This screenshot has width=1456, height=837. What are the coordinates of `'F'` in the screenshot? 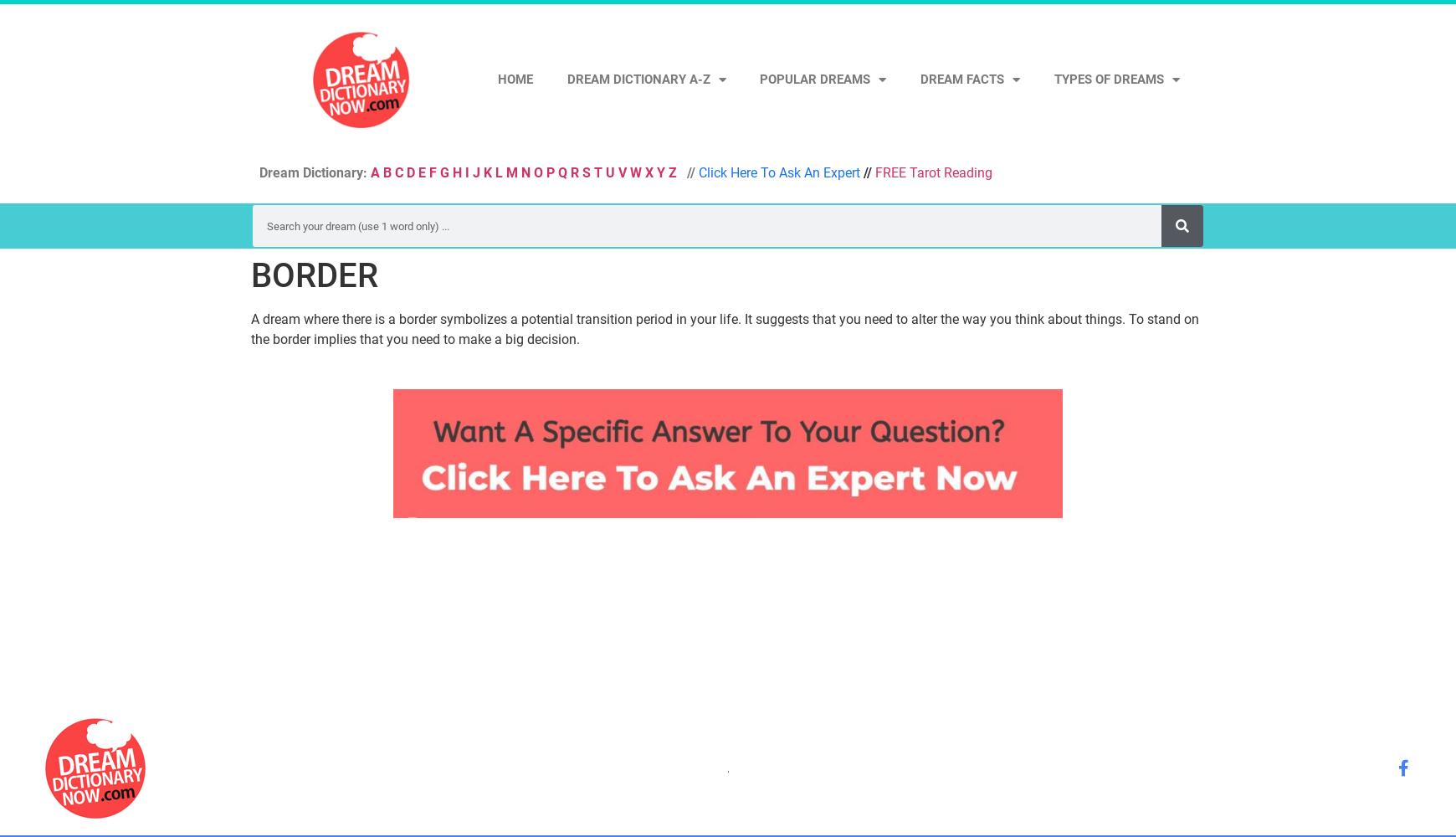 It's located at (432, 172).